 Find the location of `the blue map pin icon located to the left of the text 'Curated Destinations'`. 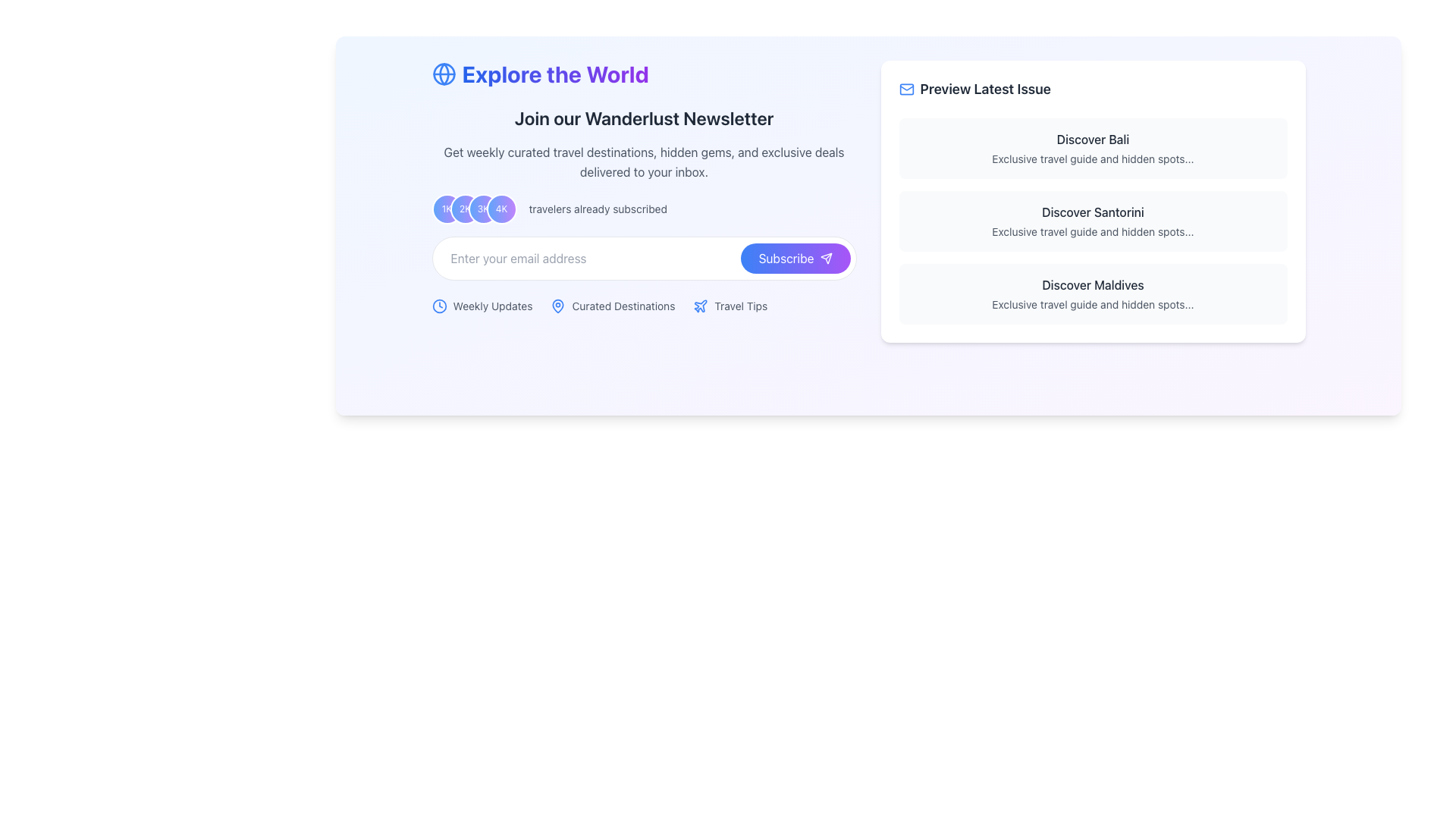

the blue map pin icon located to the left of the text 'Curated Destinations' is located at coordinates (557, 306).